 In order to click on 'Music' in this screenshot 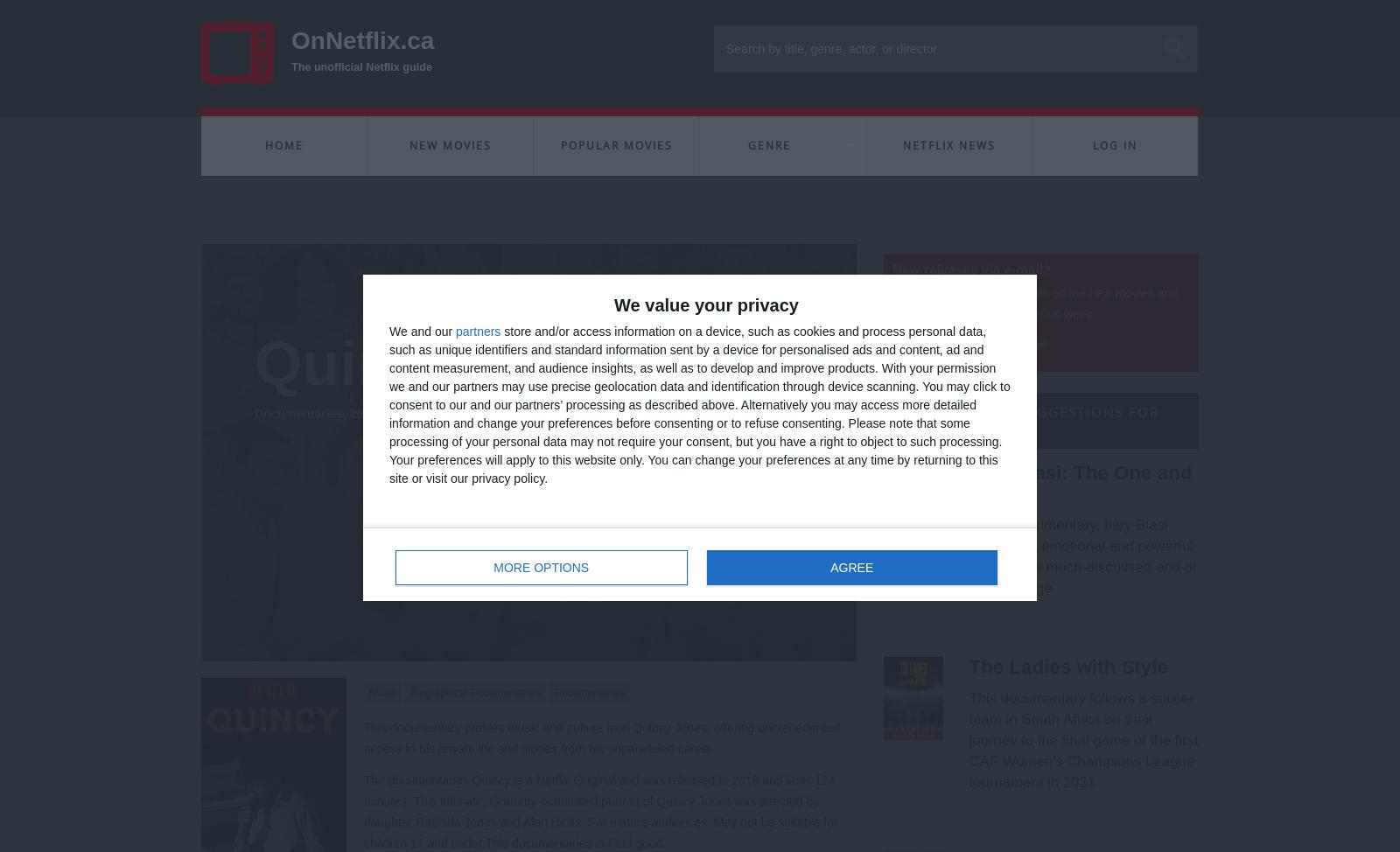, I will do `click(381, 691)`.